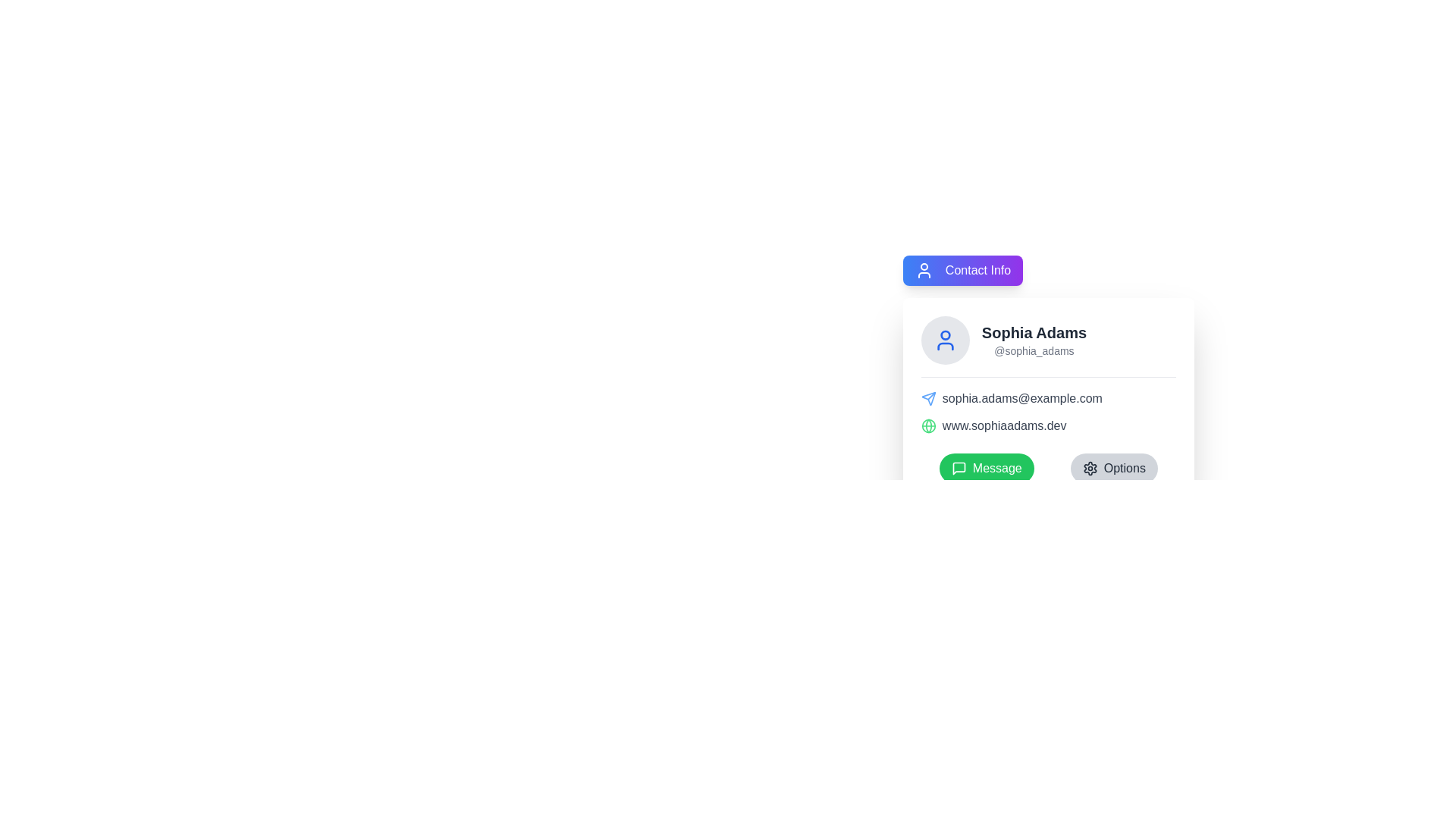 The height and width of the screenshot is (819, 1456). Describe the element at coordinates (1089, 467) in the screenshot. I see `the icon located within the 'Options' button, adjacent` at that location.